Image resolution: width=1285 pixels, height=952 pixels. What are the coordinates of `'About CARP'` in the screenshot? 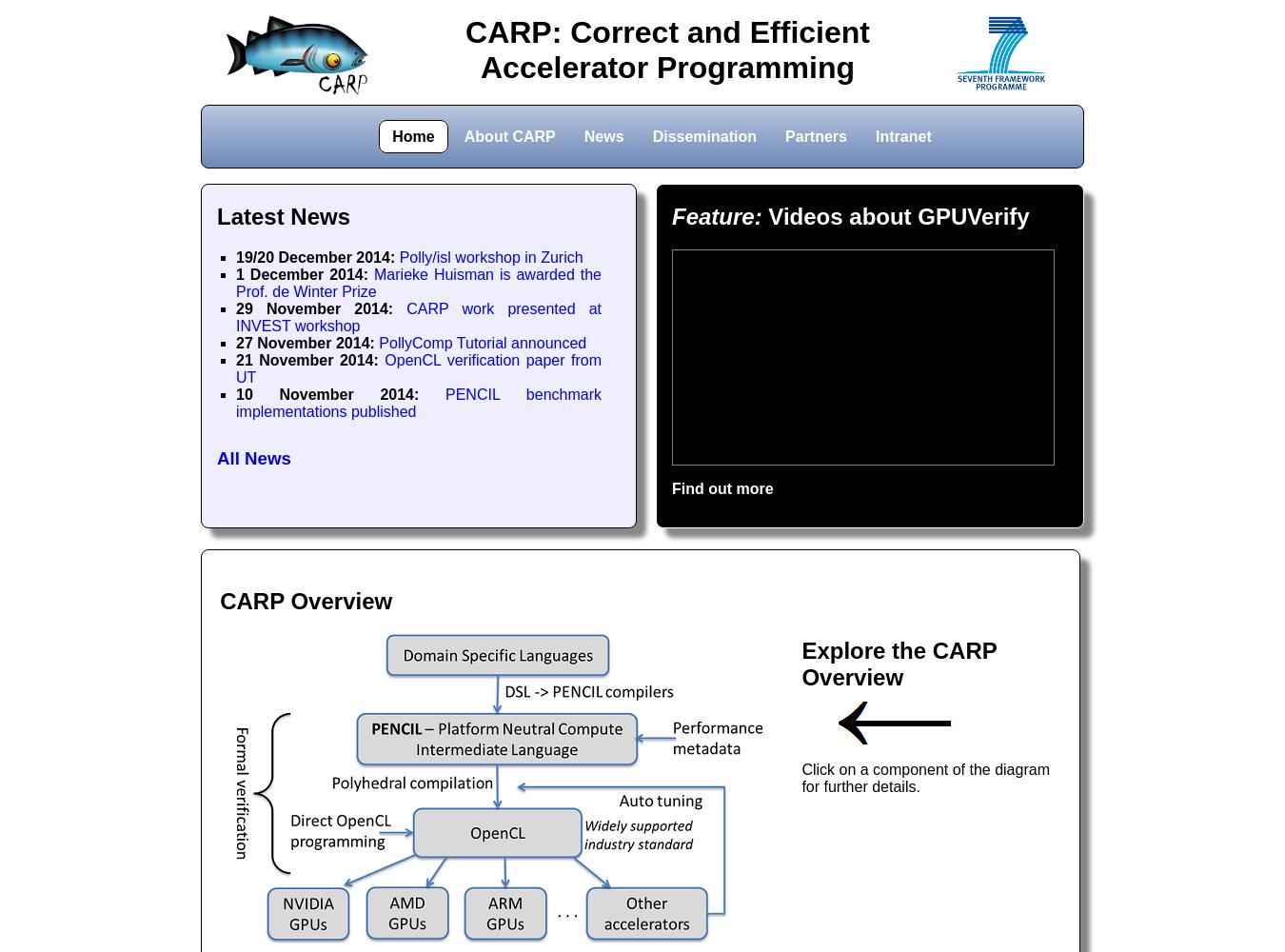 It's located at (508, 135).